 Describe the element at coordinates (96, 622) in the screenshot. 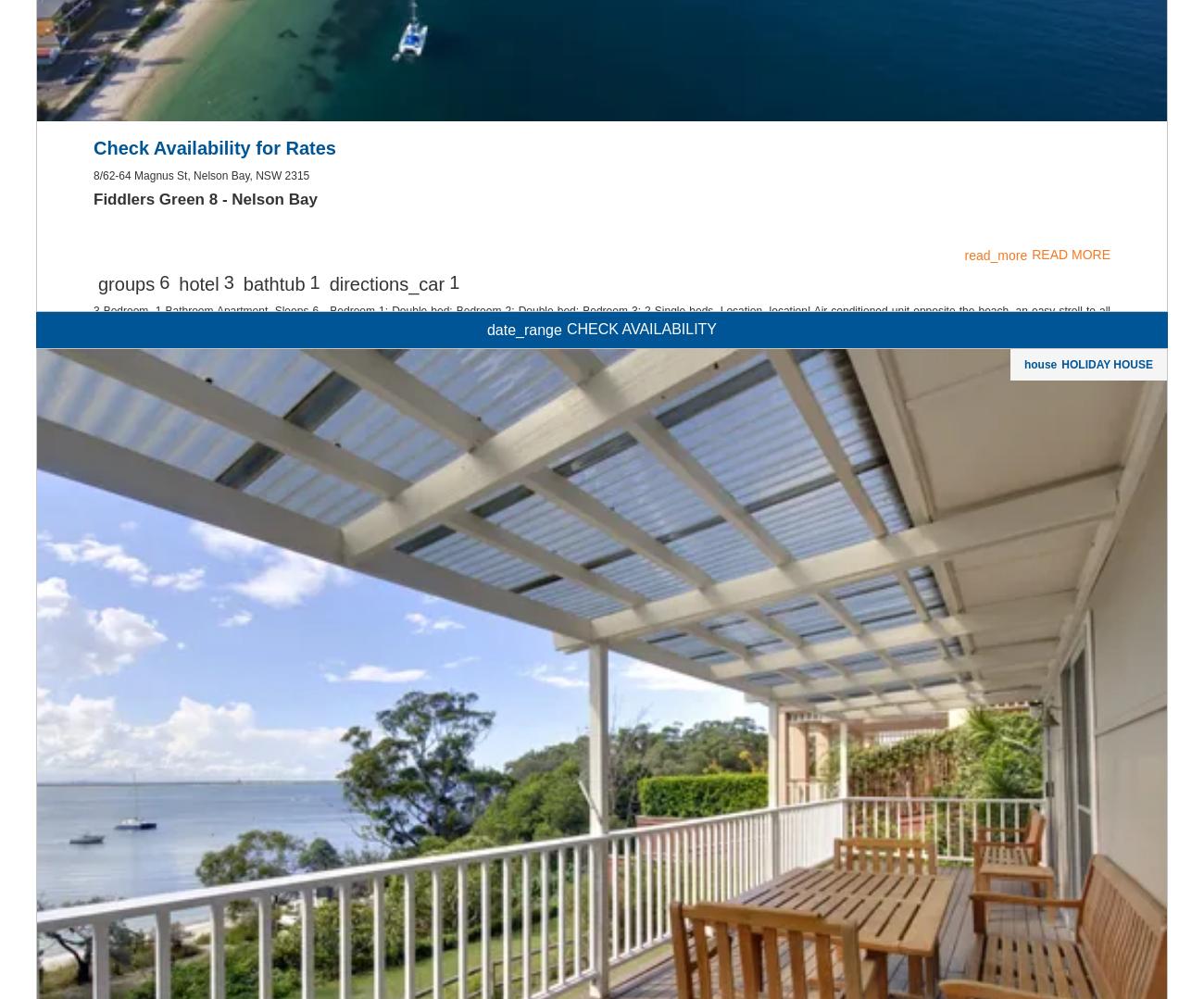

I see `'Owner Login'` at that location.